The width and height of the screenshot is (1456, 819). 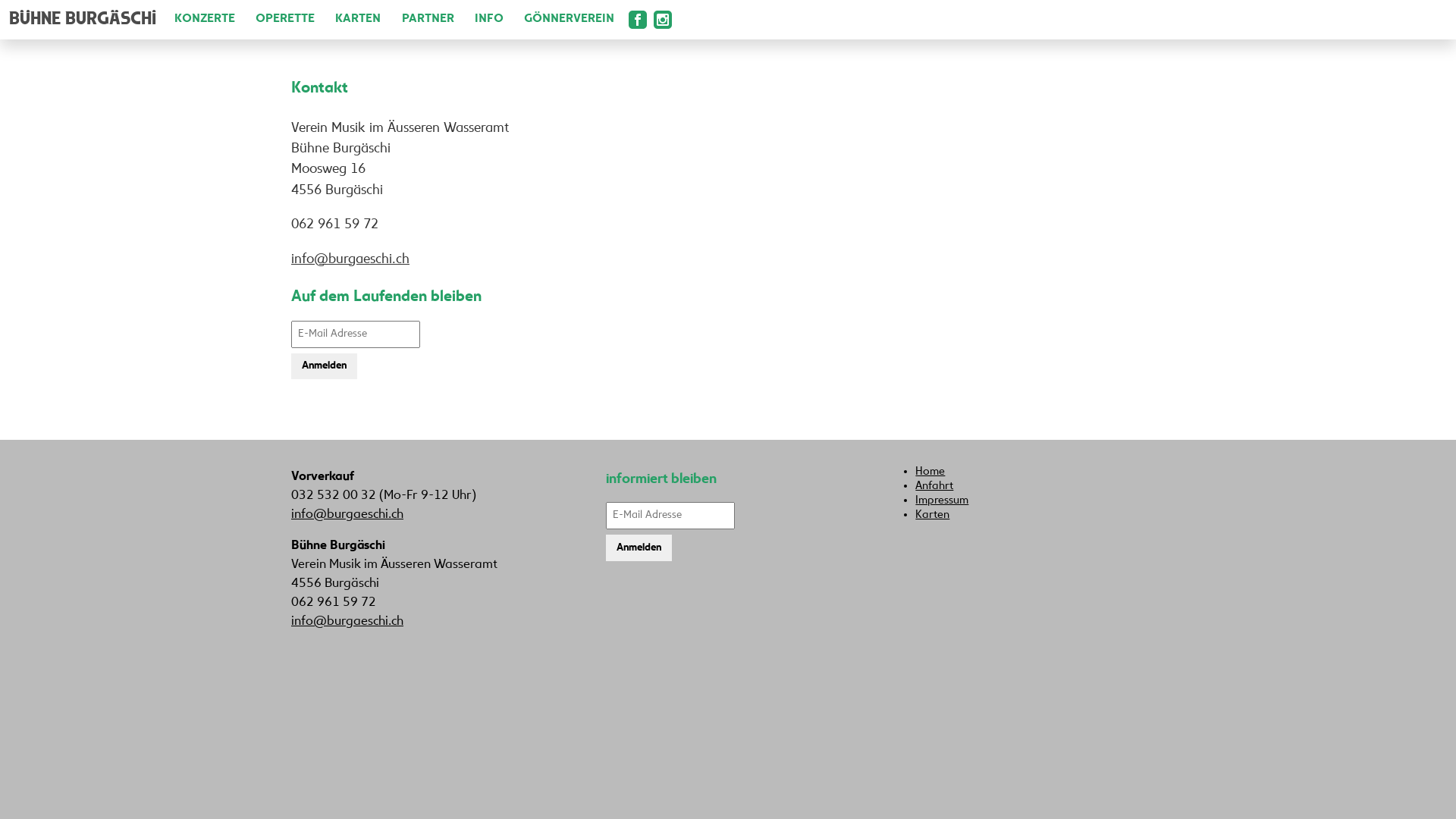 I want to click on 'Impressum', so click(x=941, y=500).